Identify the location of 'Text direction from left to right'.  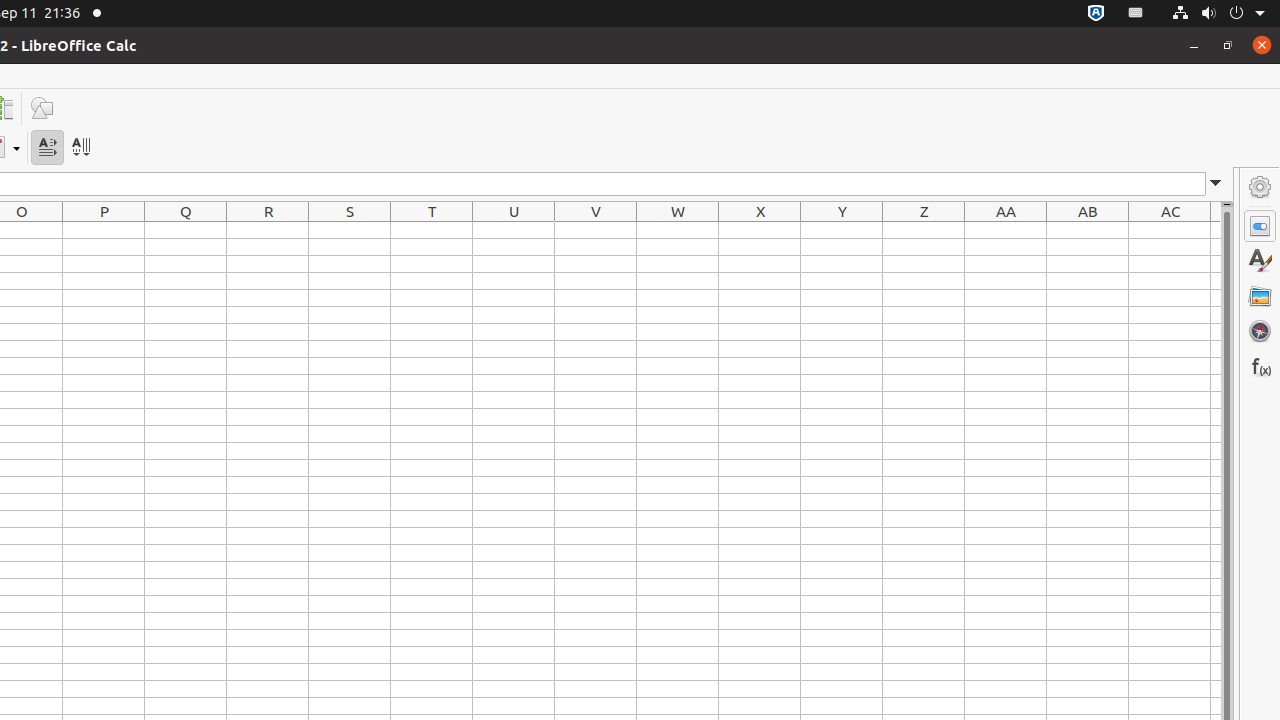
(47, 146).